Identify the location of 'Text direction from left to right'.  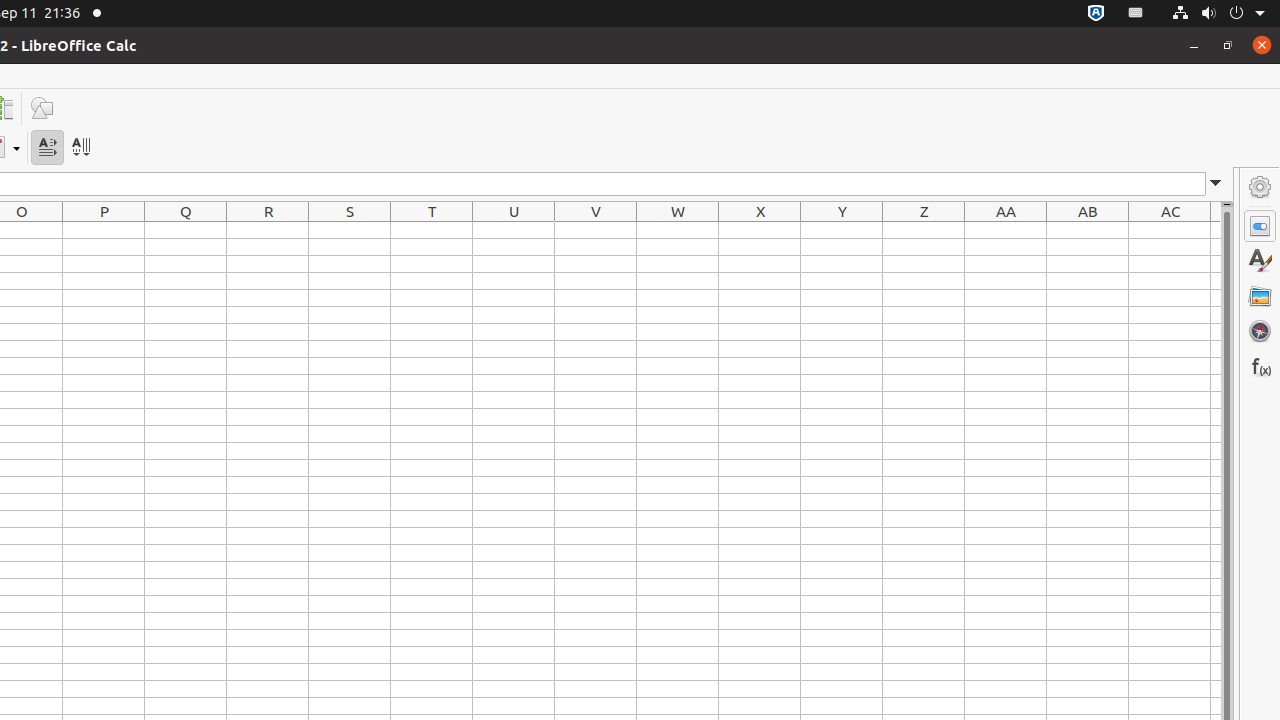
(47, 146).